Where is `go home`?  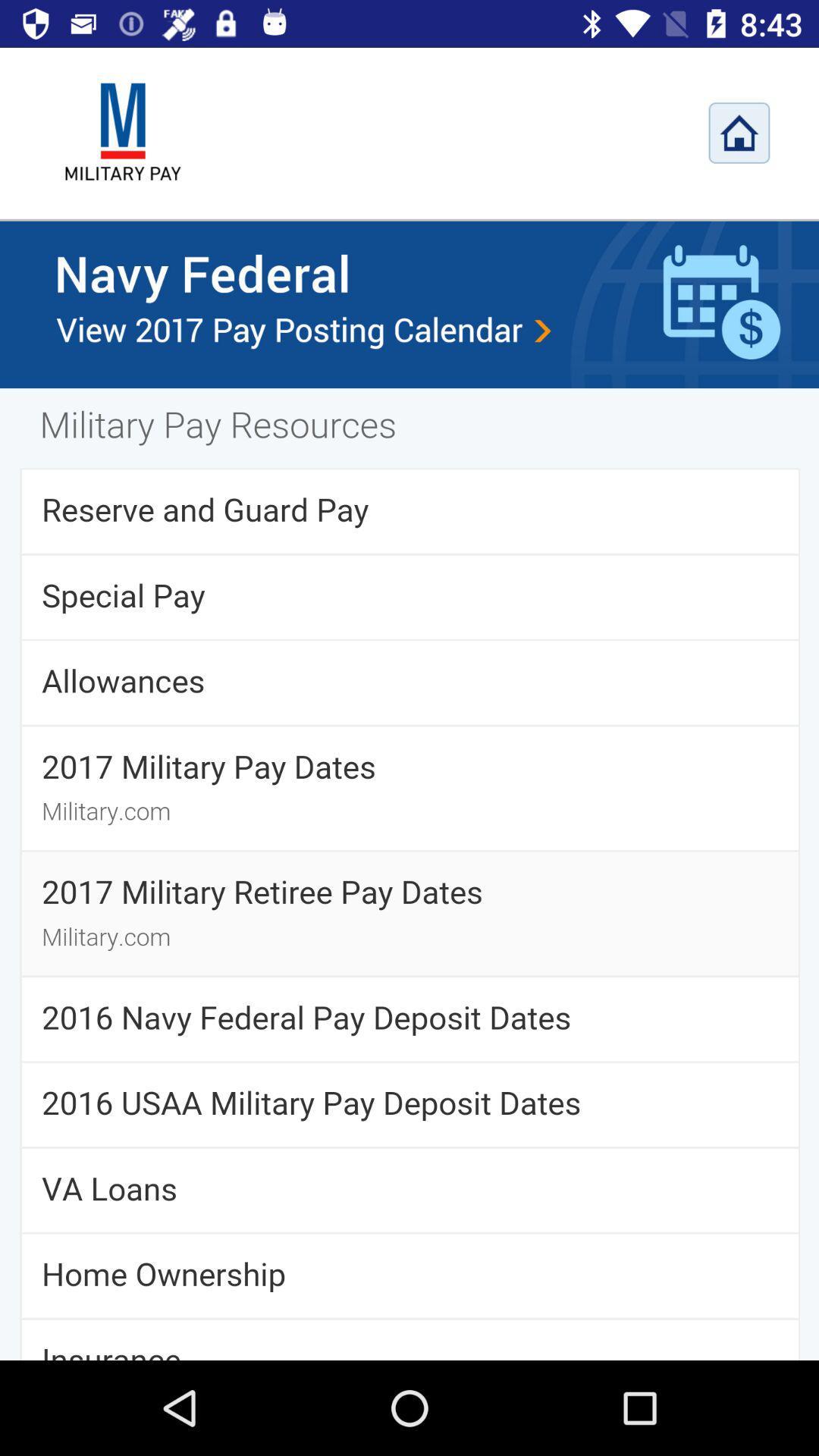
go home is located at coordinates (739, 133).